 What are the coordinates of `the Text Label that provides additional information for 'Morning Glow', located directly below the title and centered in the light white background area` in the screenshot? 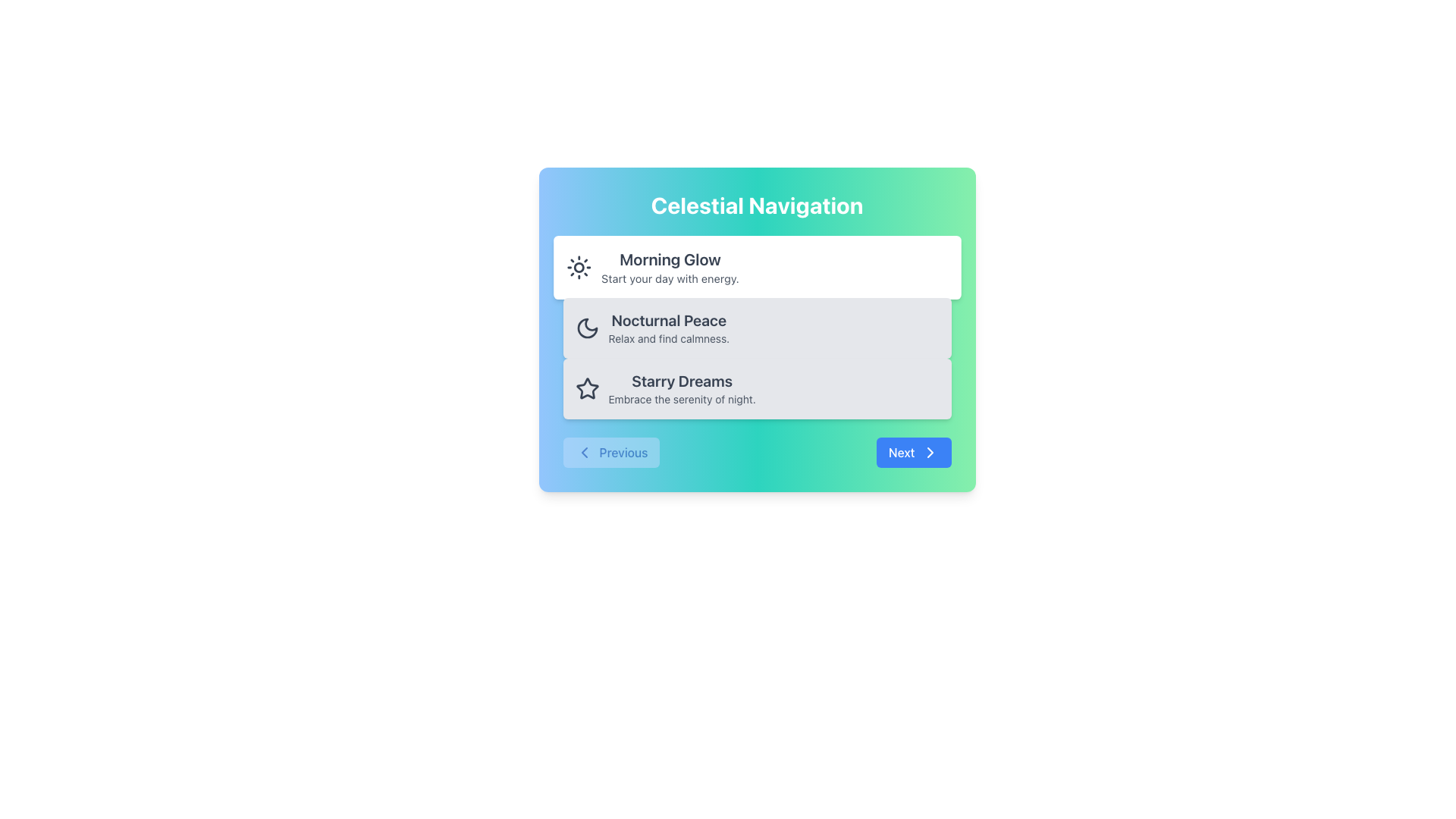 It's located at (669, 278).